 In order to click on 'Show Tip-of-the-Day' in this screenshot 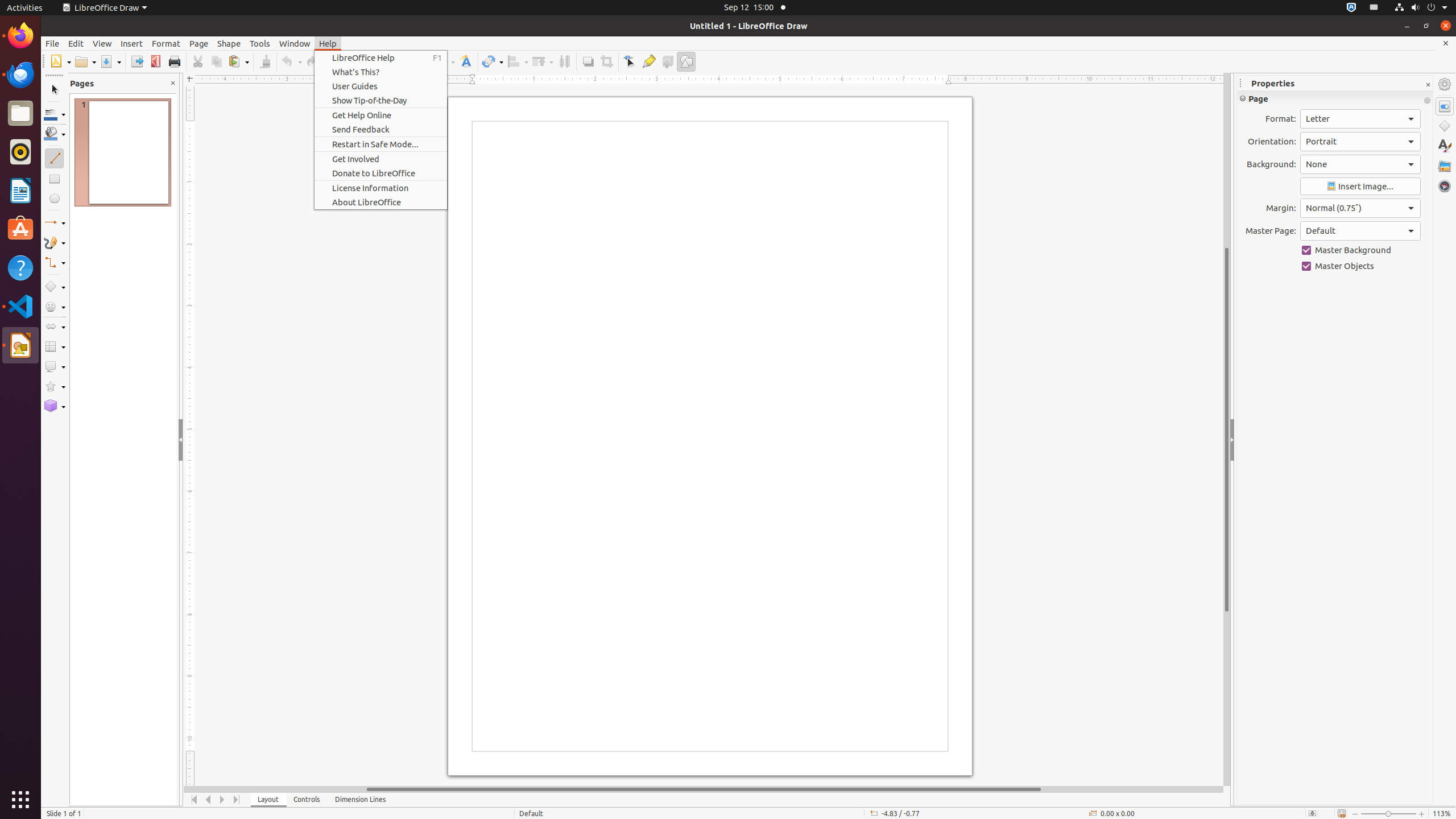, I will do `click(380, 100)`.